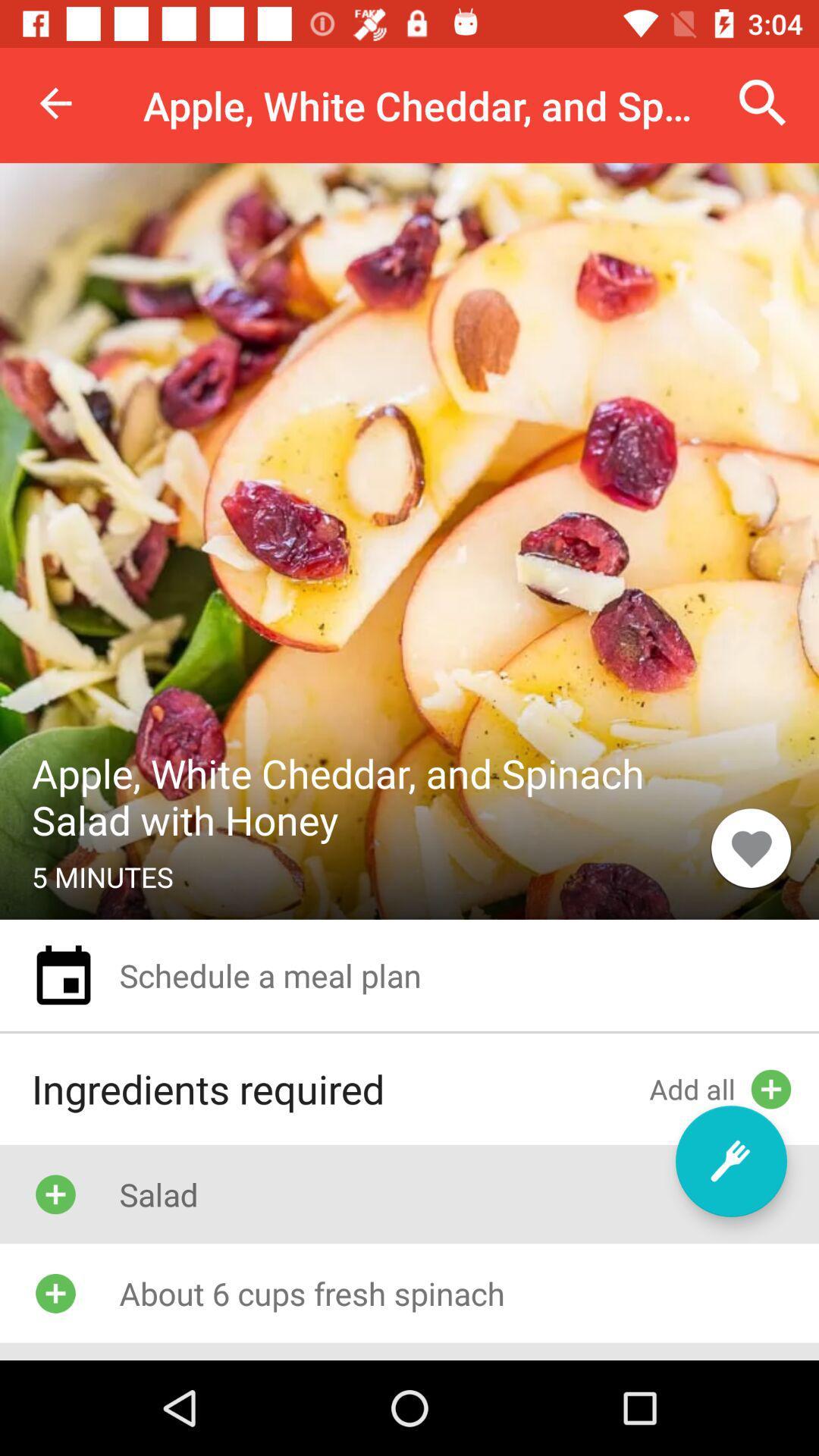  What do you see at coordinates (751, 847) in the screenshot?
I see `the icon on the right` at bounding box center [751, 847].